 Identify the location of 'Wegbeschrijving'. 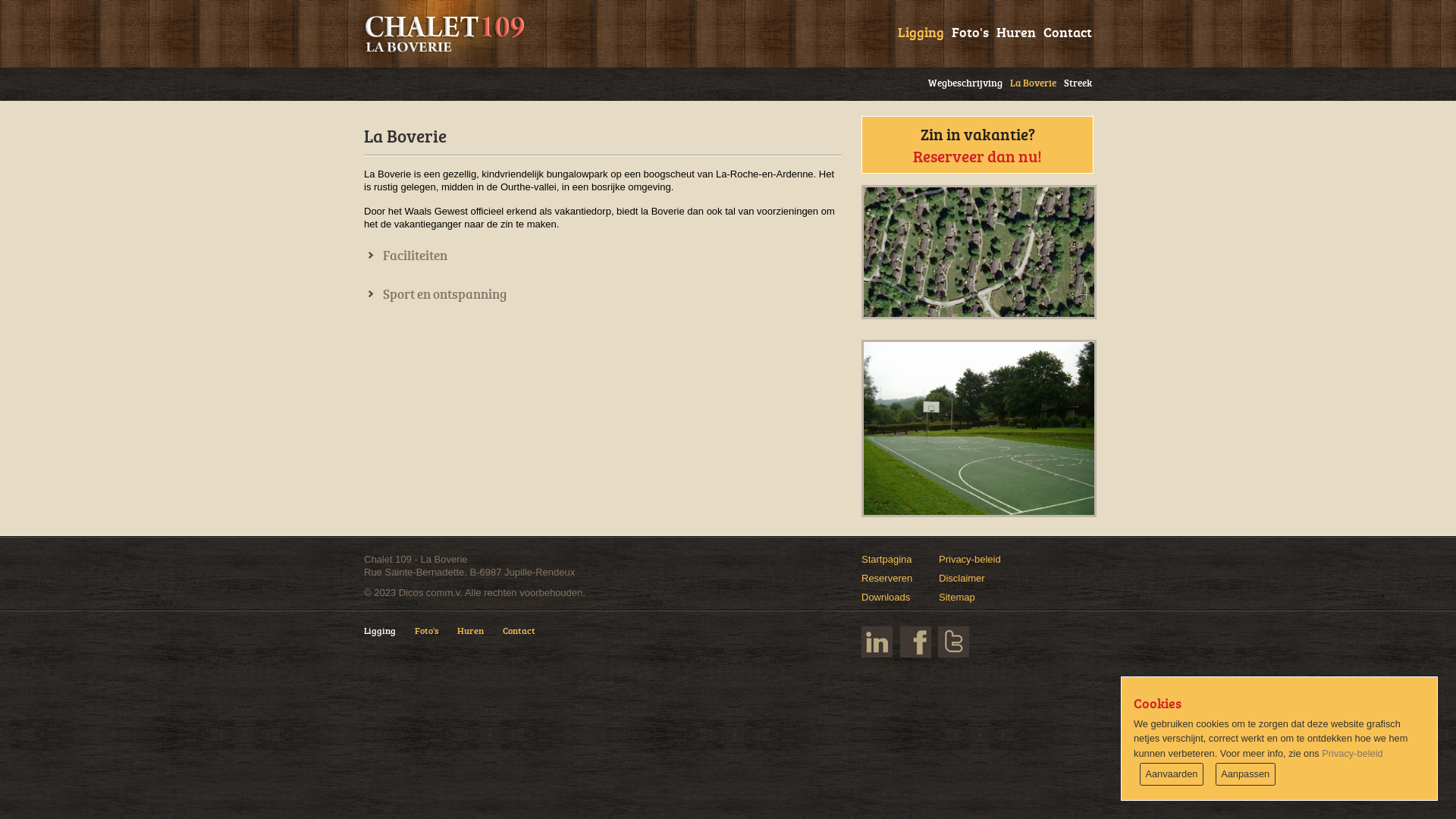
(960, 80).